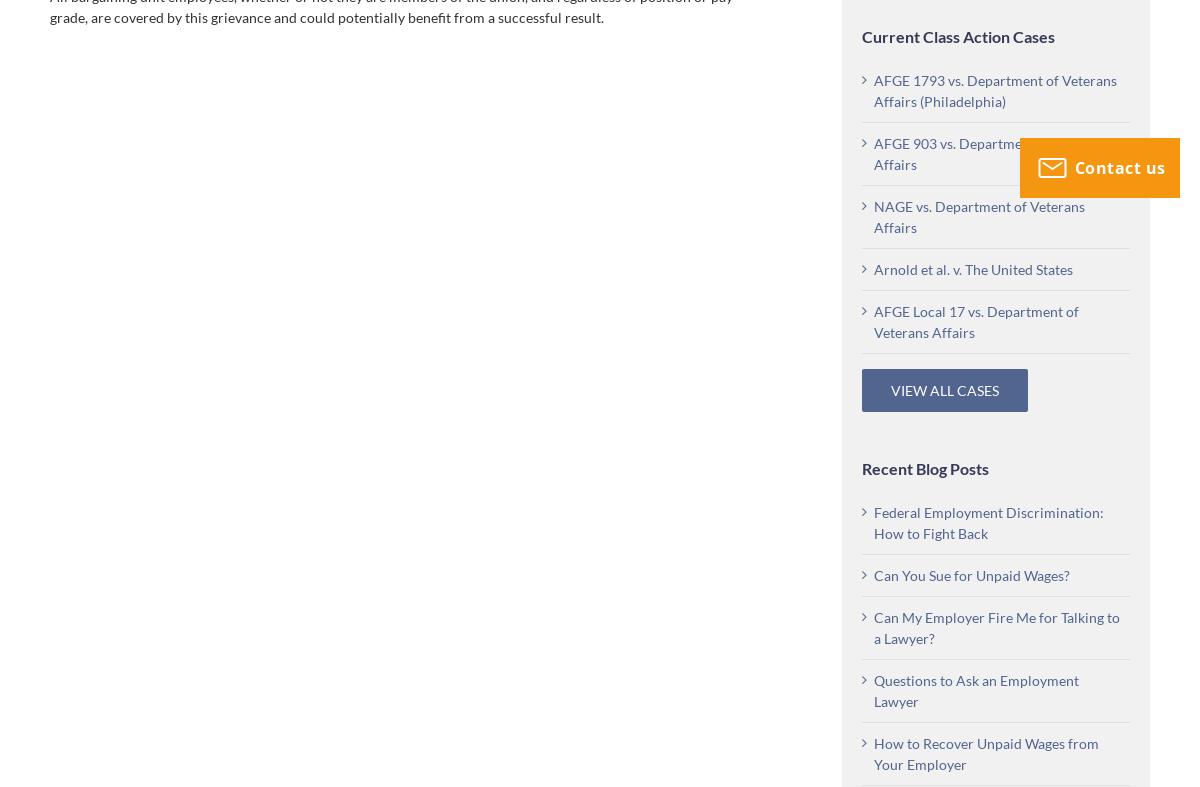 The image size is (1200, 787). I want to click on 'Arnold et al. v. The United States', so click(872, 267).